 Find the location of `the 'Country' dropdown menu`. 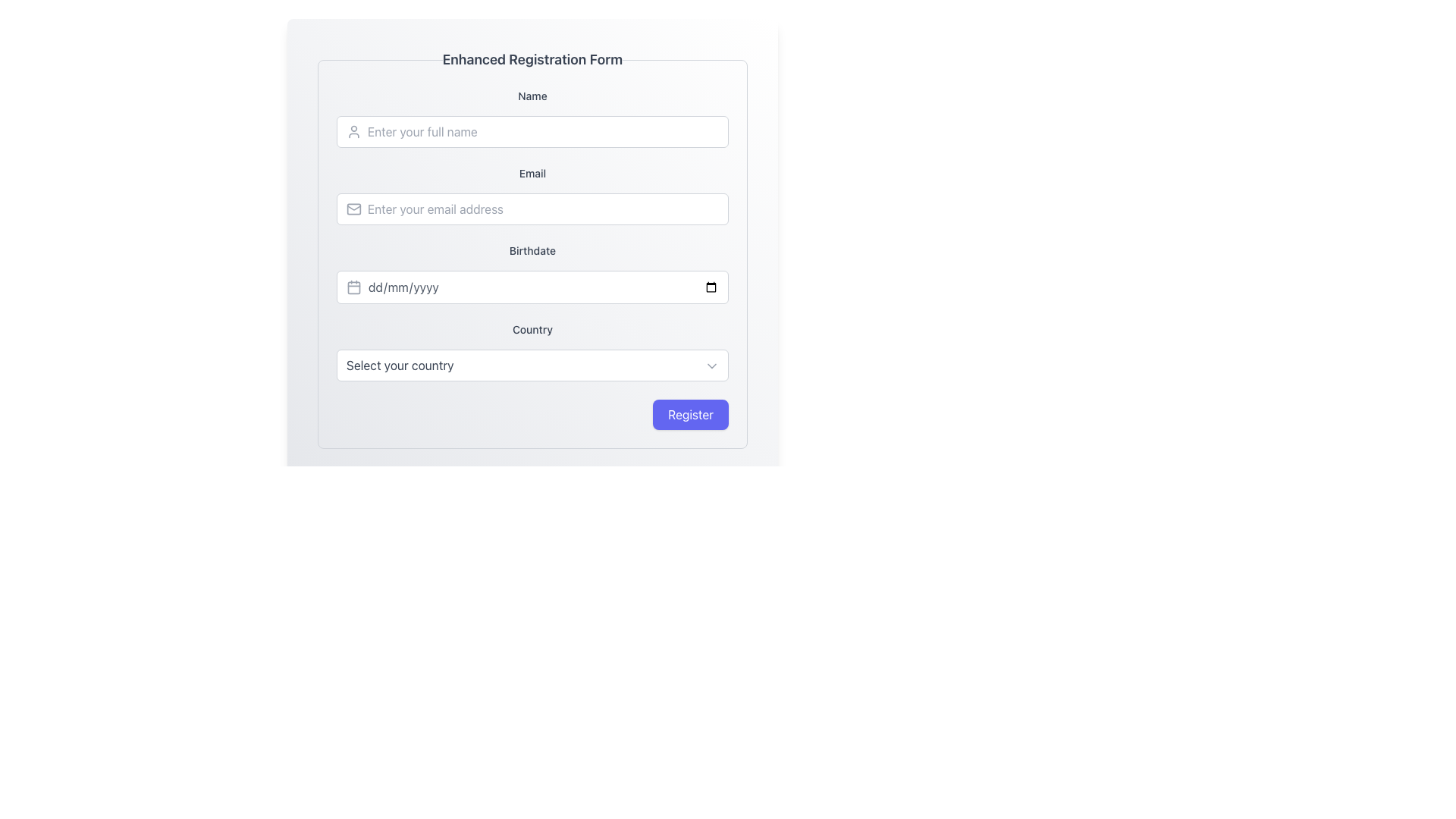

the 'Country' dropdown menu is located at coordinates (532, 351).